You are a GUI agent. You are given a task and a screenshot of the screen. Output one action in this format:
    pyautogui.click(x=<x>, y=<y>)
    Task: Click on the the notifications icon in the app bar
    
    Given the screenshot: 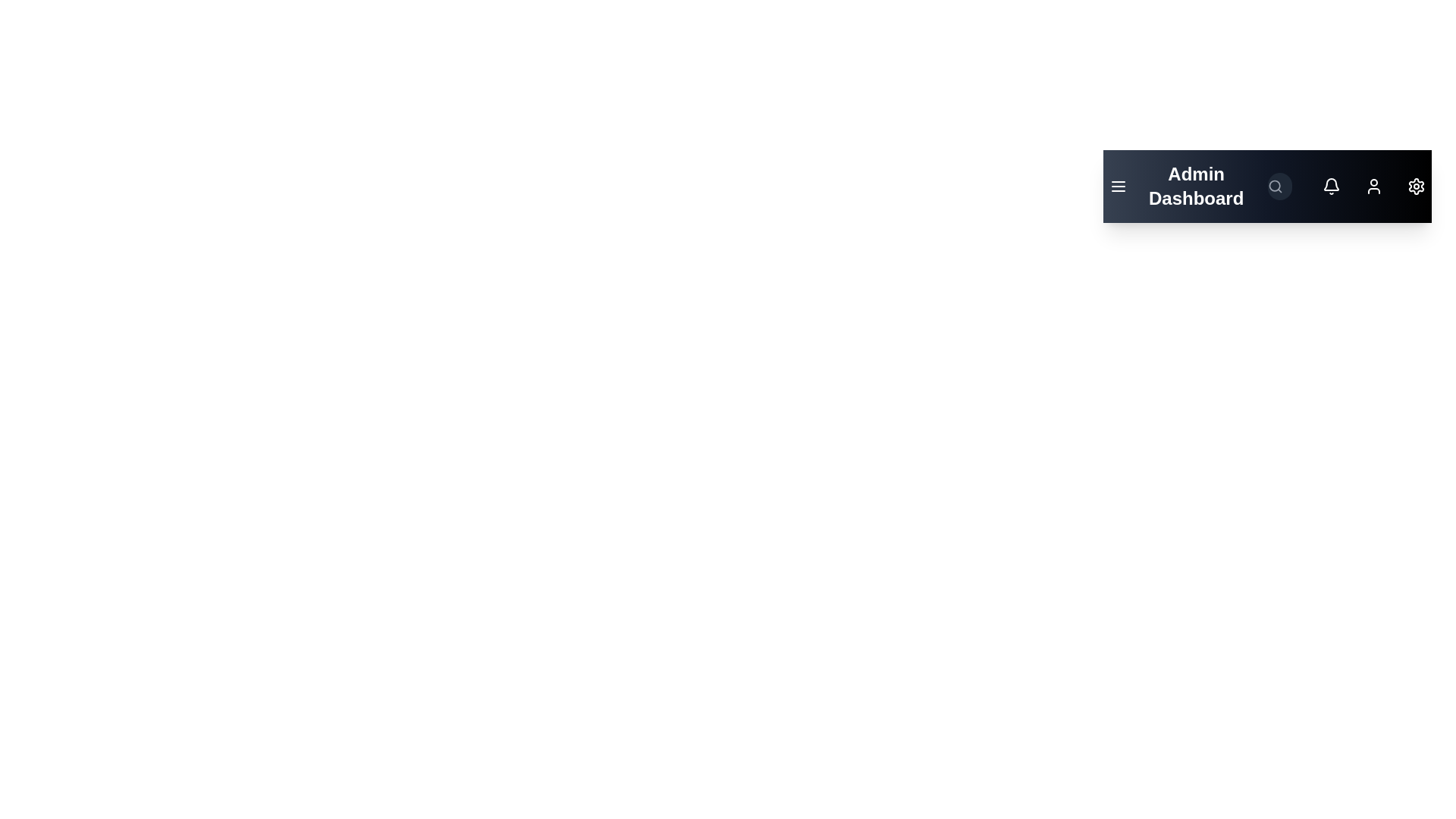 What is the action you would take?
    pyautogui.click(x=1331, y=186)
    